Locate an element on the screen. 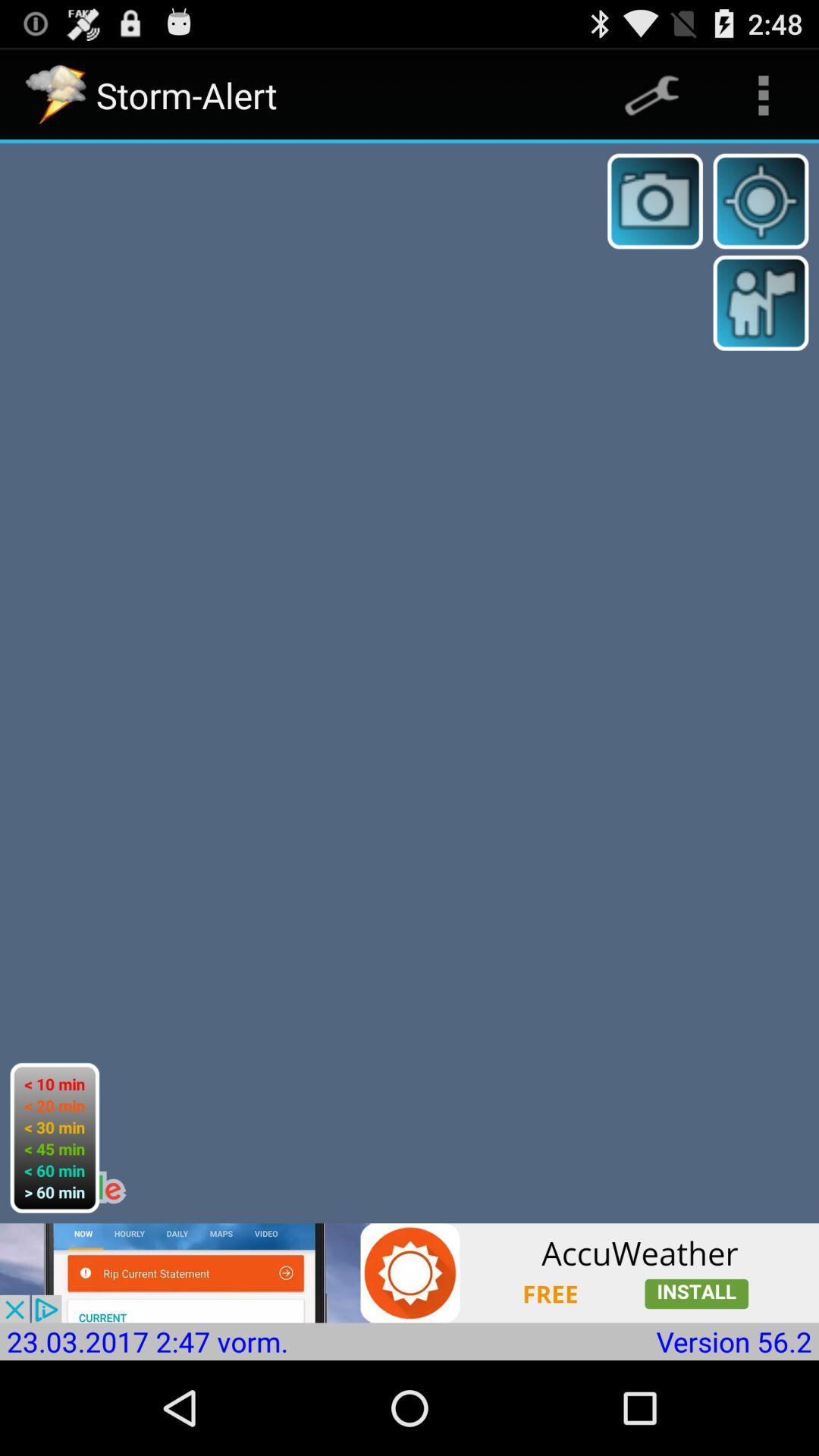 Image resolution: width=819 pixels, height=1456 pixels. current location is located at coordinates (761, 200).